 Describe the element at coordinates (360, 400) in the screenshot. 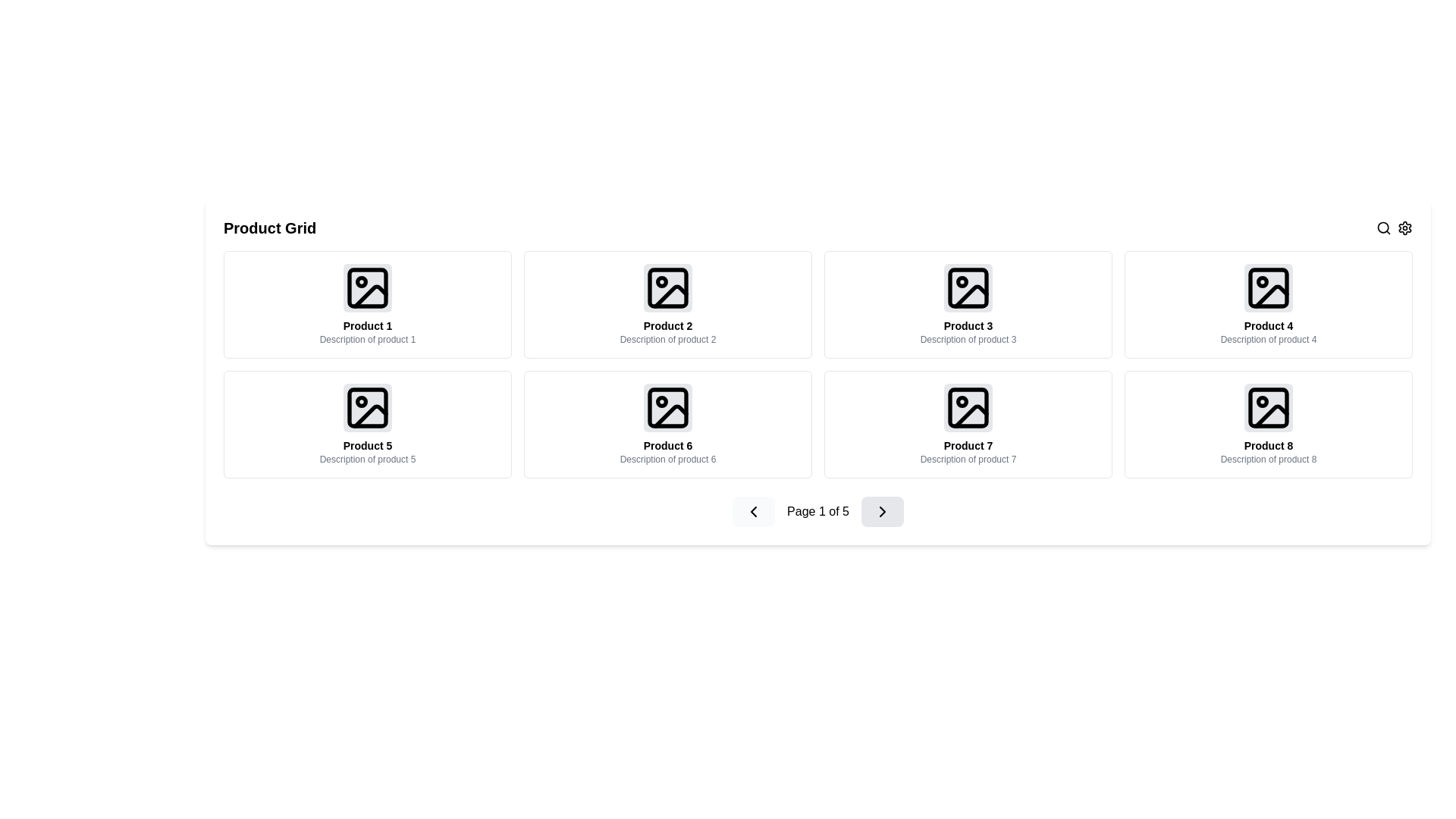

I see `the Graphical Decoration element located near the center-left of the image icon in the product card labeled 'Product 5', positioned in the second row and first column of the product grid` at that location.